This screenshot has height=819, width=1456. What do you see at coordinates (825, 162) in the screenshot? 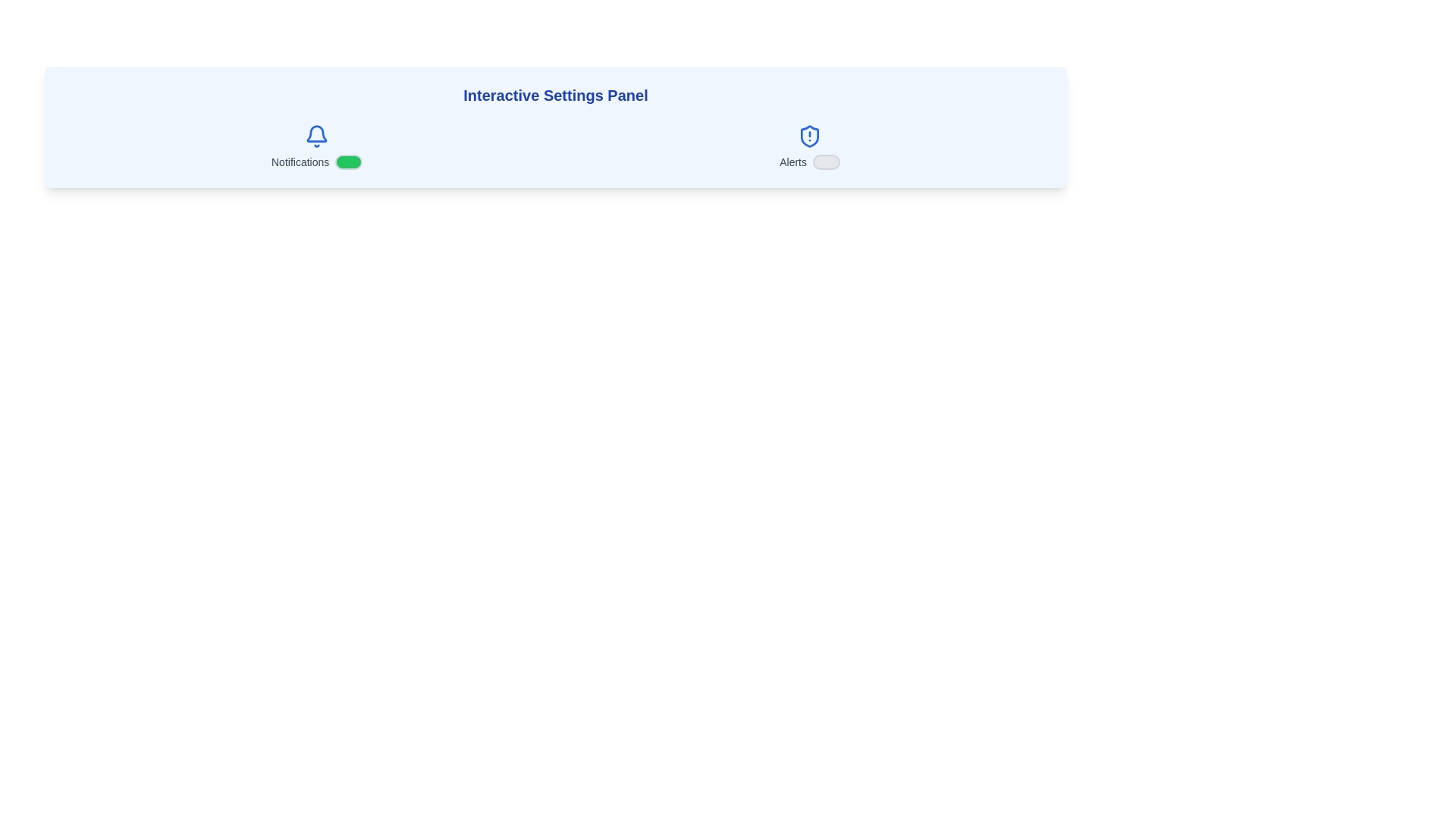
I see `the Alerts checkbox to toggle its state` at bounding box center [825, 162].